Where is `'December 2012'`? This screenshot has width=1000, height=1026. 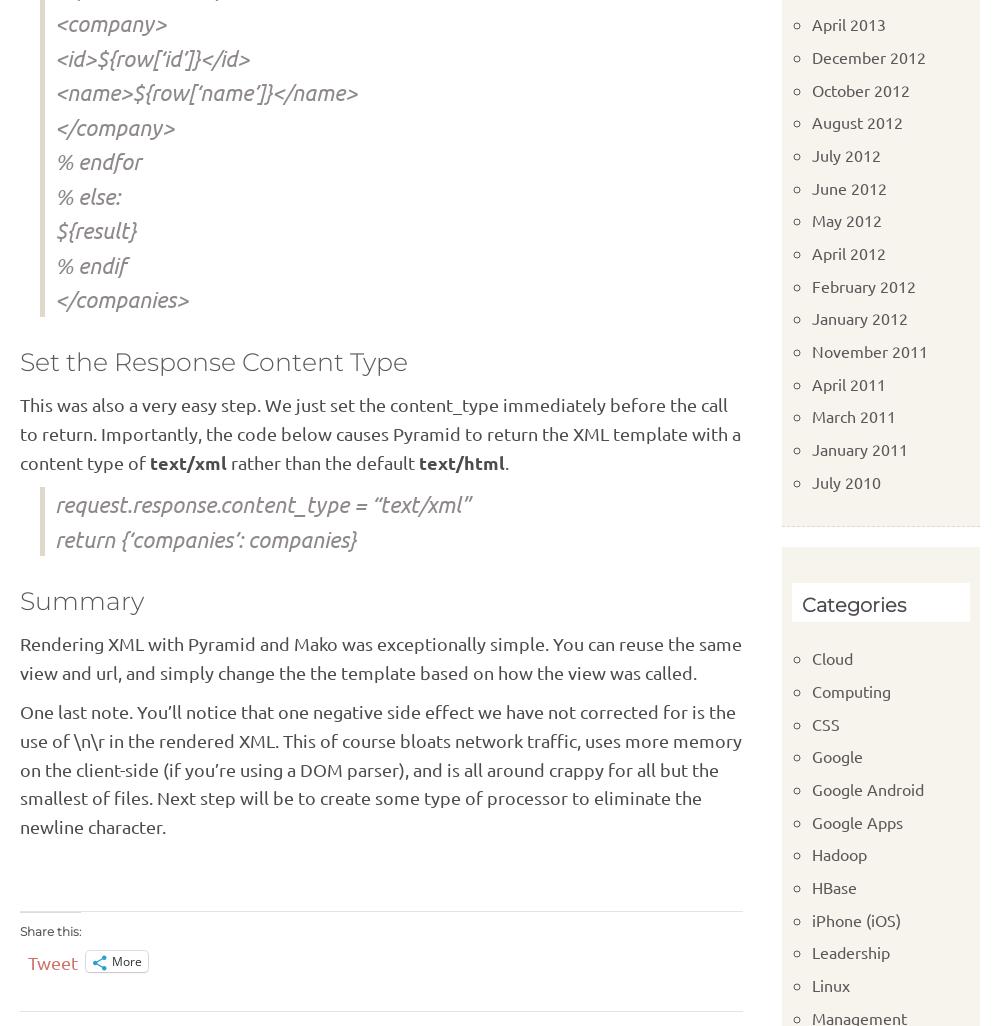 'December 2012' is located at coordinates (867, 56).